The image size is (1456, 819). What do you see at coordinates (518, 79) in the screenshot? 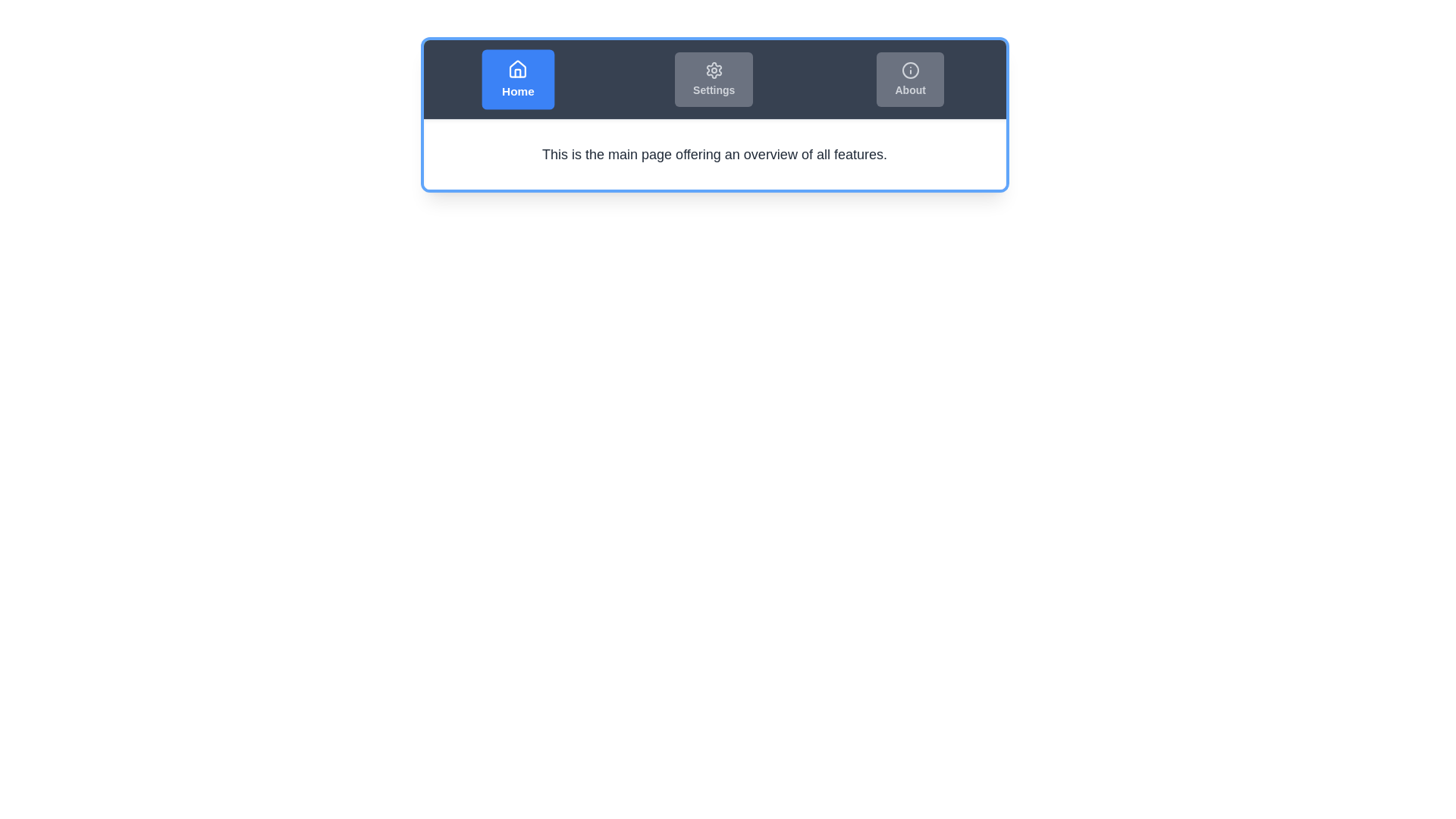
I see `the Home tab by clicking the corresponding button` at bounding box center [518, 79].